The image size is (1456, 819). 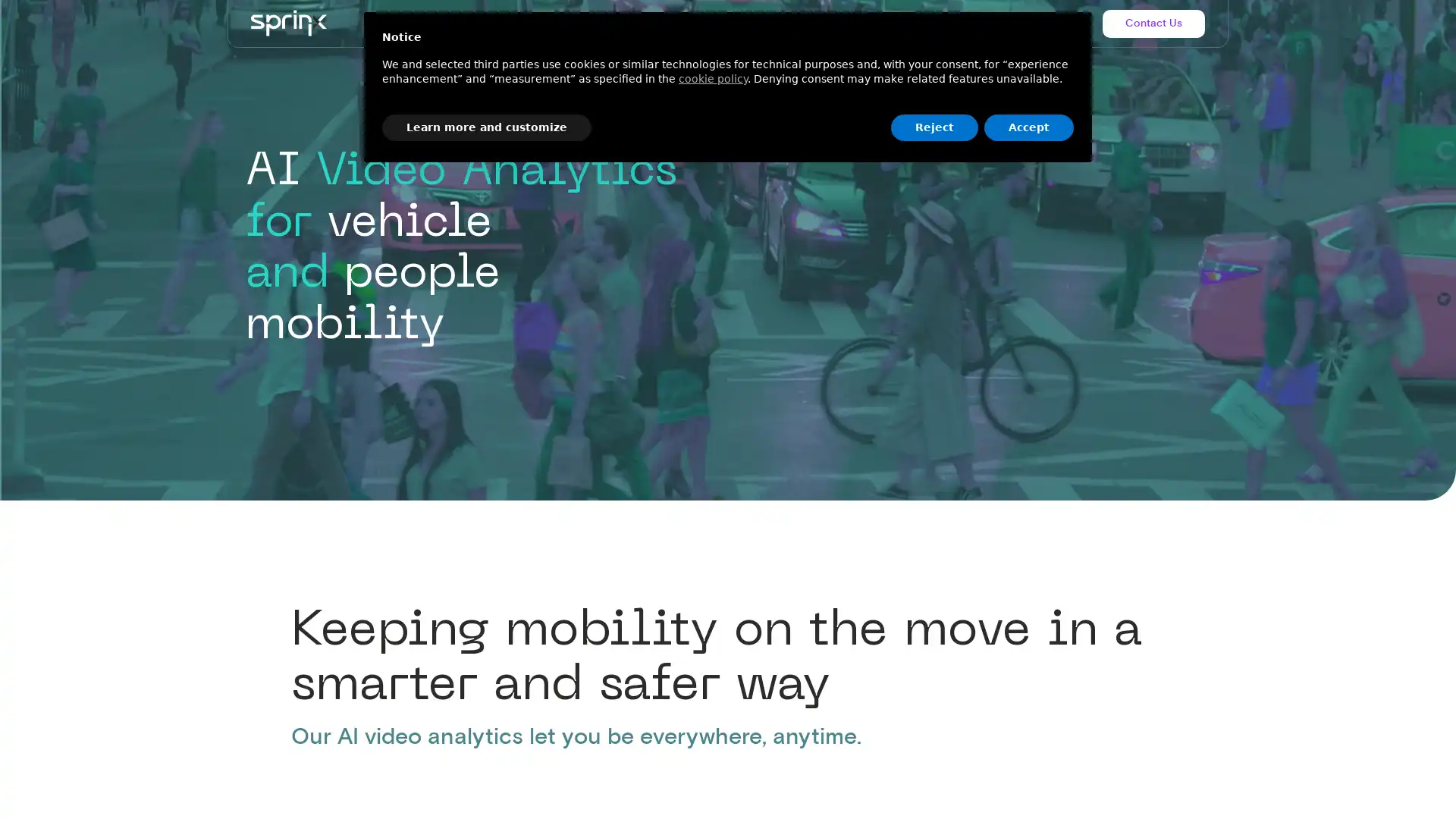 What do you see at coordinates (934, 127) in the screenshot?
I see `Reject` at bounding box center [934, 127].